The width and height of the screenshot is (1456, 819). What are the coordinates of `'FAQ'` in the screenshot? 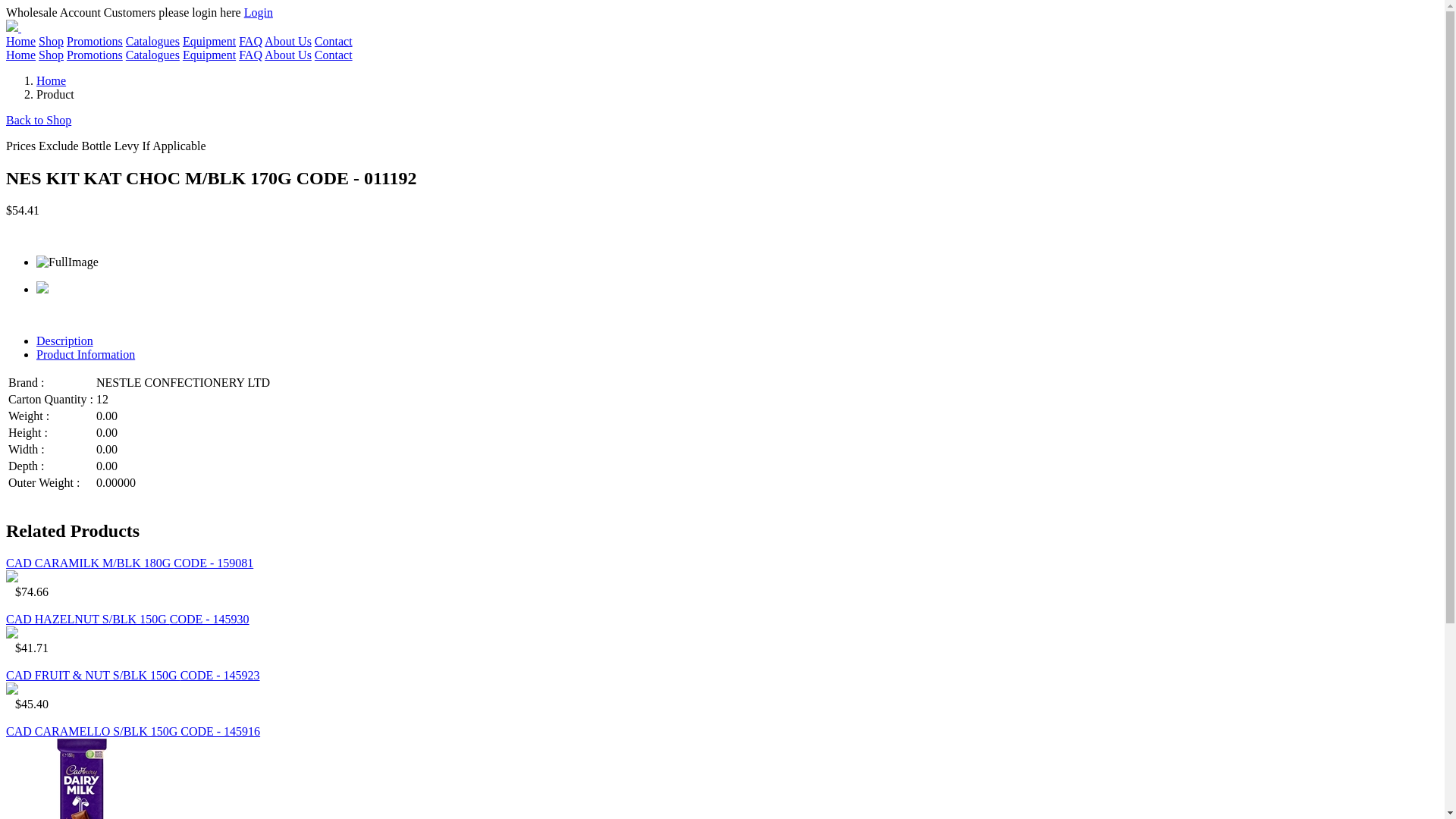 It's located at (250, 40).